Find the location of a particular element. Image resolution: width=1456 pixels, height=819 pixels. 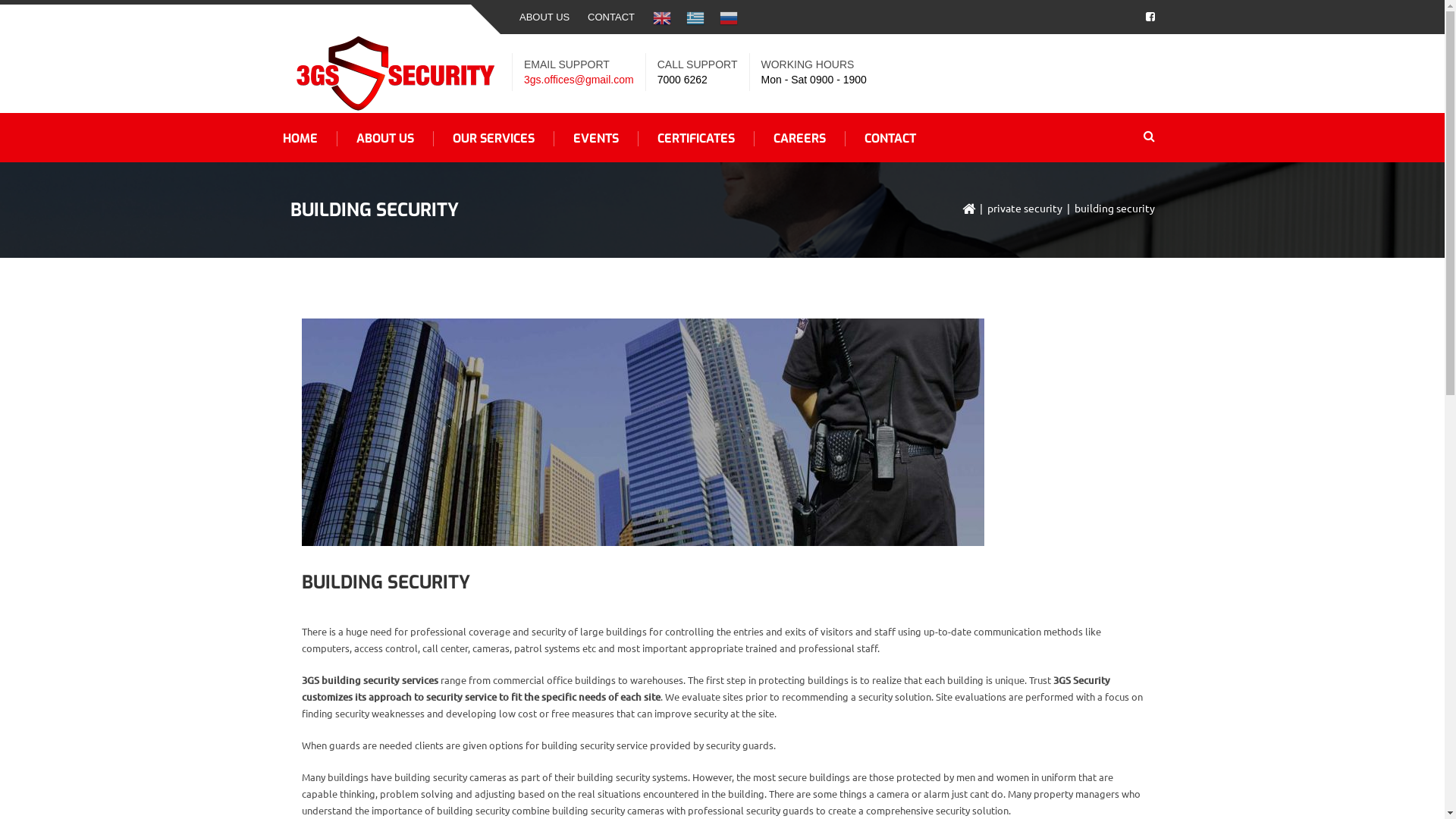

'CONTACT' is located at coordinates (843, 138).